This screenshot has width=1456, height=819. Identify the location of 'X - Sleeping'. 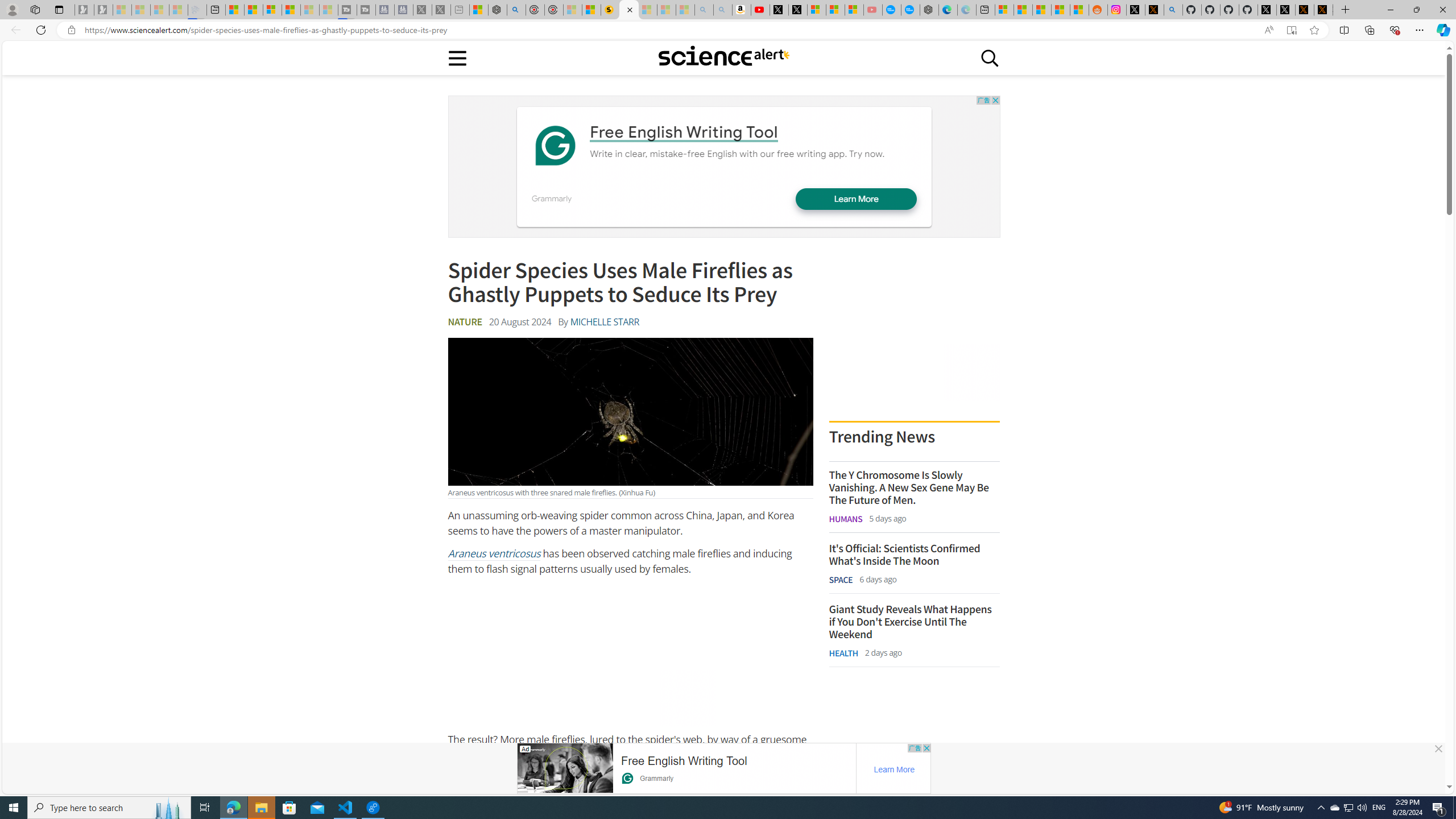
(440, 9).